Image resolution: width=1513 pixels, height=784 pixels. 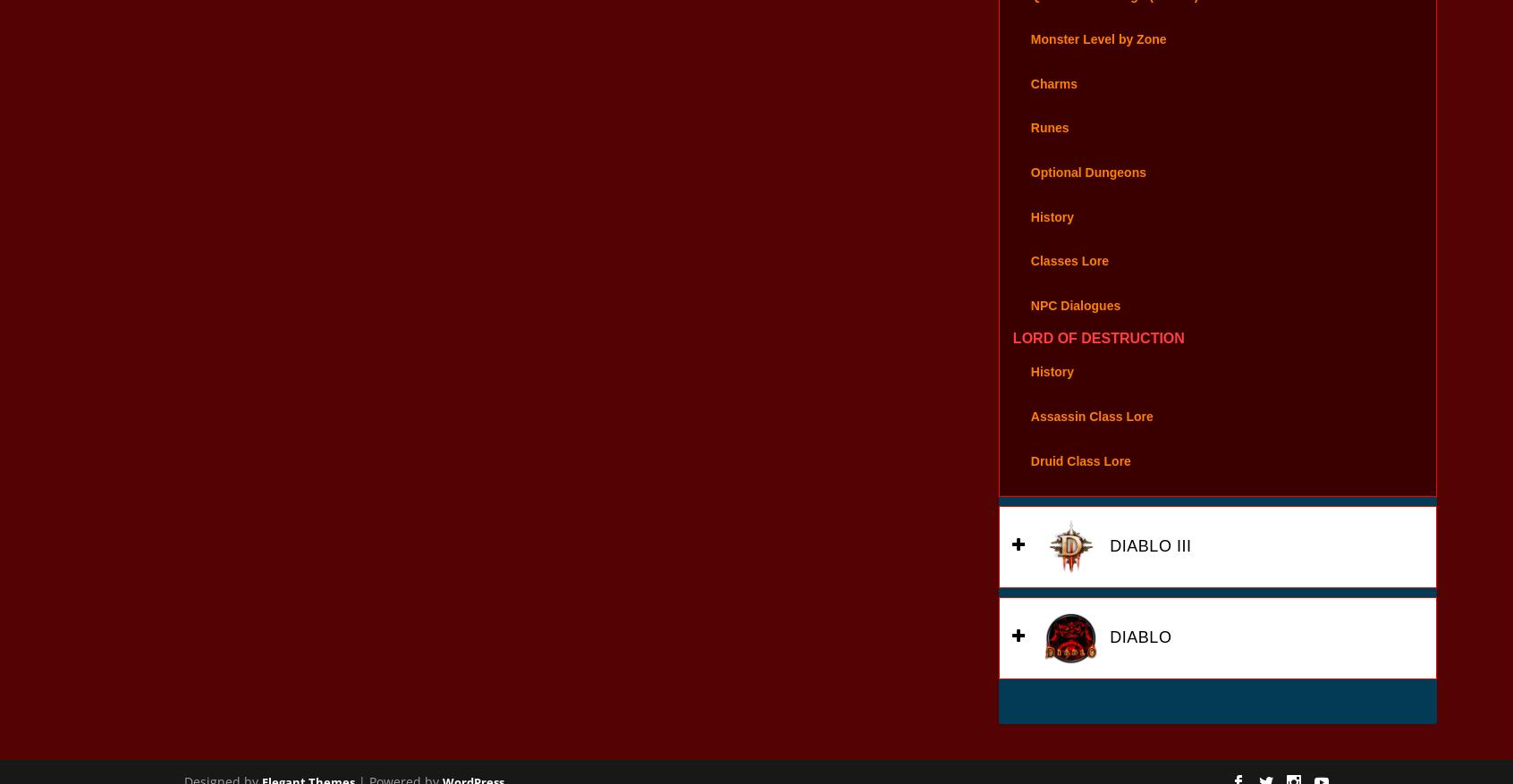 What do you see at coordinates (1137, 662) in the screenshot?
I see `'Diablo'` at bounding box center [1137, 662].